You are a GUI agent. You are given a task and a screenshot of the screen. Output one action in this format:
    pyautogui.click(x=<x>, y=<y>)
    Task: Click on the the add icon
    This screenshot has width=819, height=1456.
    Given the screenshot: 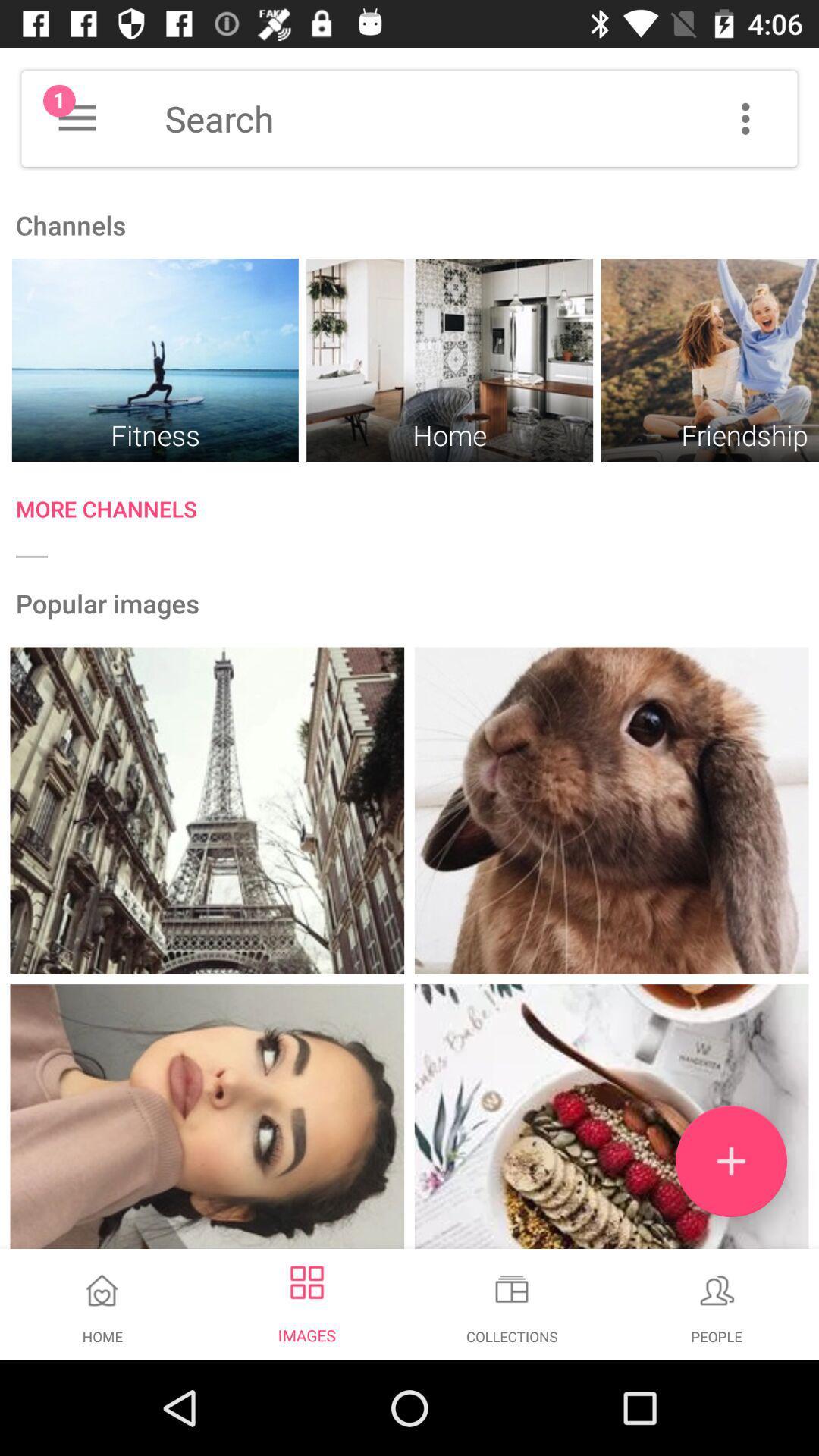 What is the action you would take?
    pyautogui.click(x=730, y=1160)
    